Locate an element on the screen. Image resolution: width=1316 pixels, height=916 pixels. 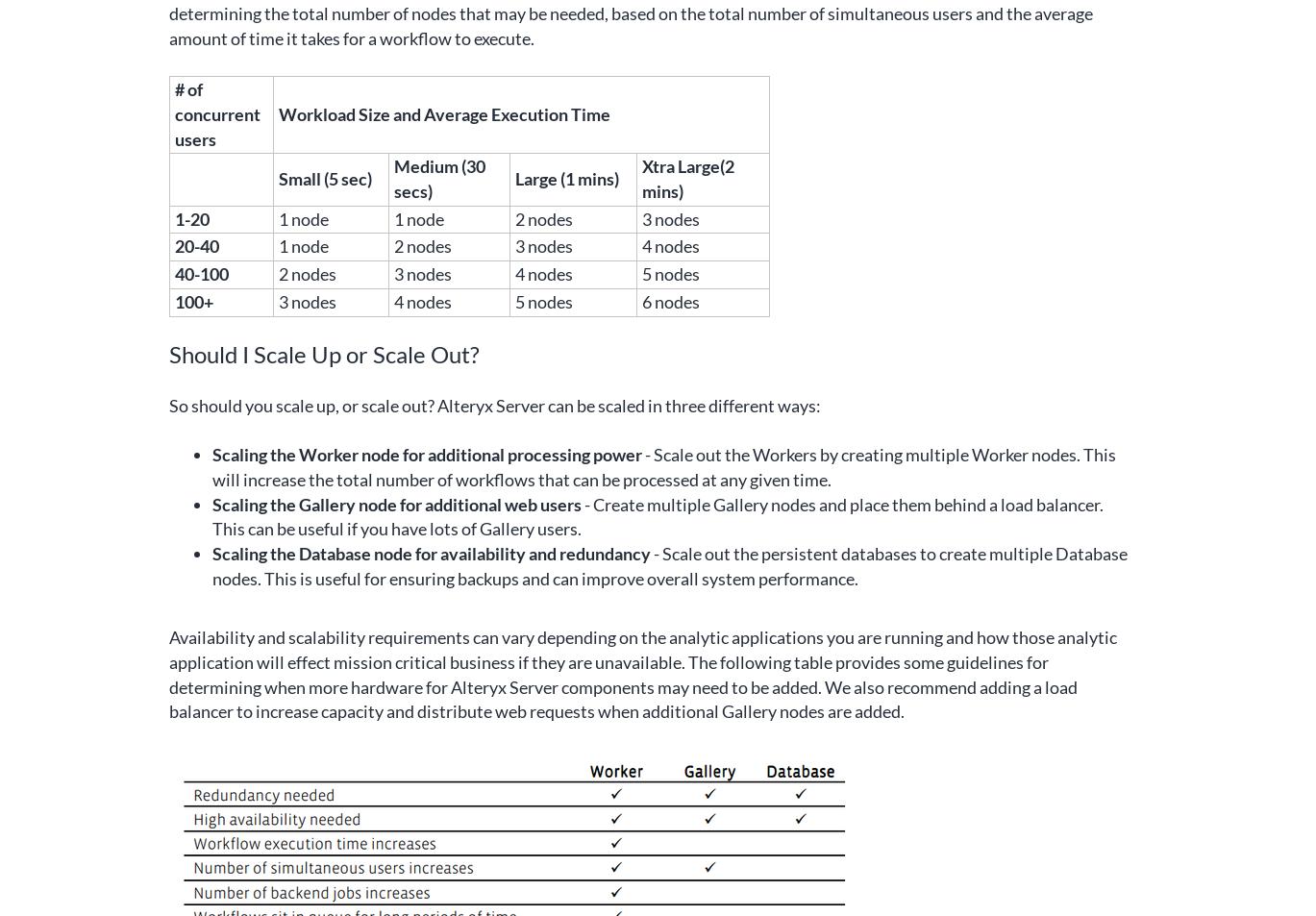
'Should I Scale Up or Scale Out?' is located at coordinates (322, 353).